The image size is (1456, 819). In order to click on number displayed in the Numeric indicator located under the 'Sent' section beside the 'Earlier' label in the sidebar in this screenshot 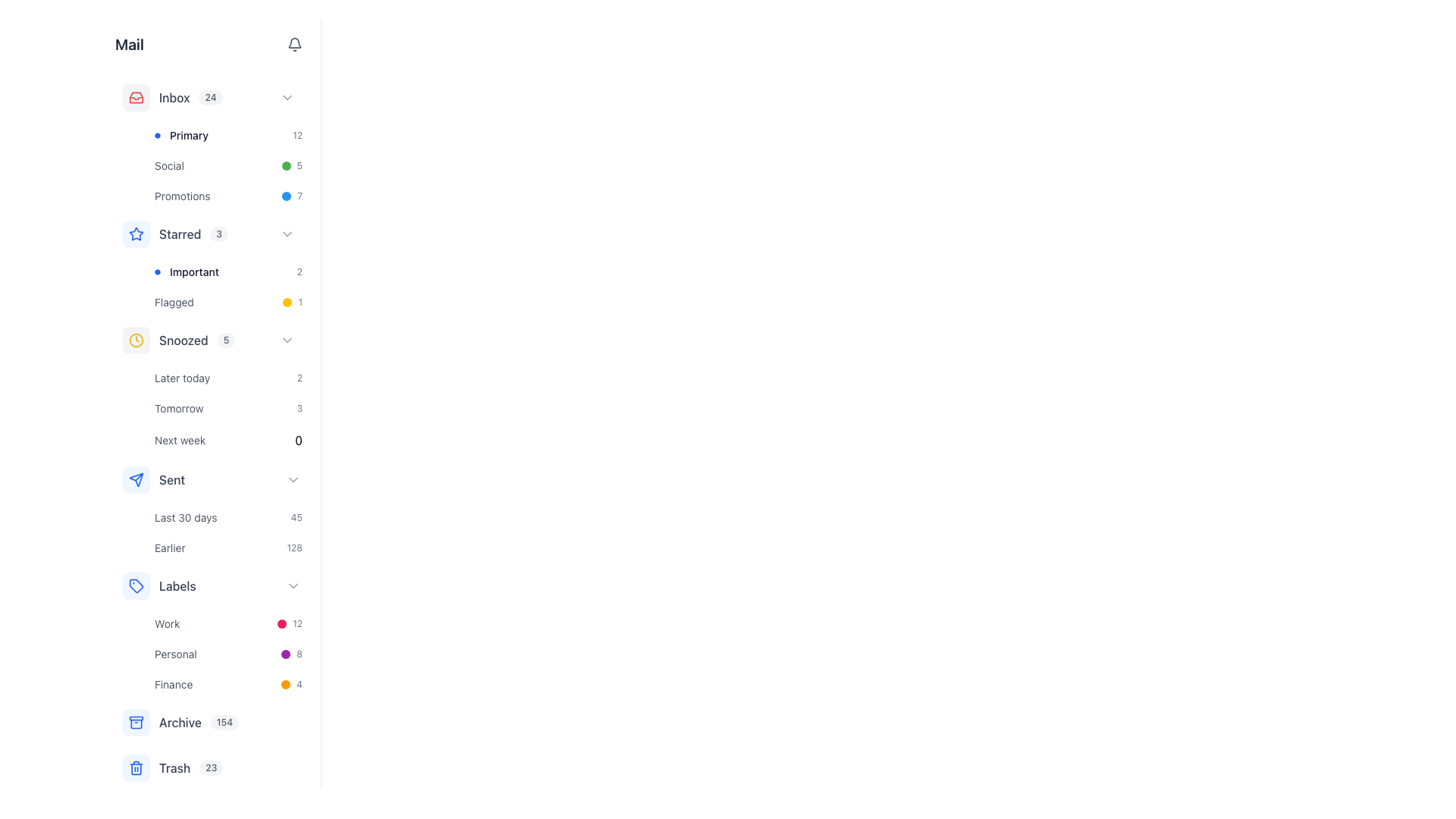, I will do `click(294, 548)`.